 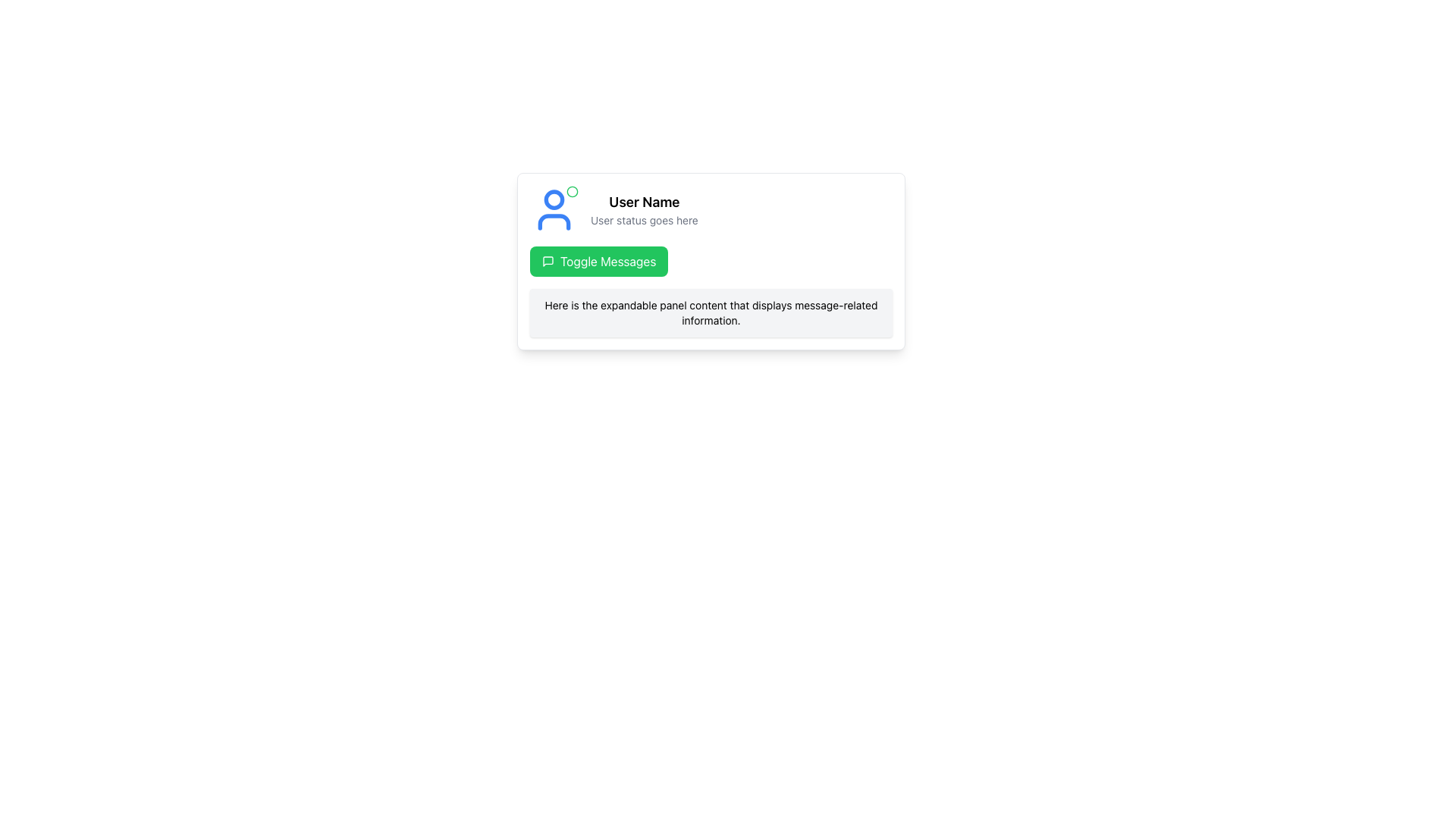 I want to click on the static text label displaying 'User Name', which is styled in bold and larger font, located in the top-left corner above 'User status goes here', so click(x=644, y=201).